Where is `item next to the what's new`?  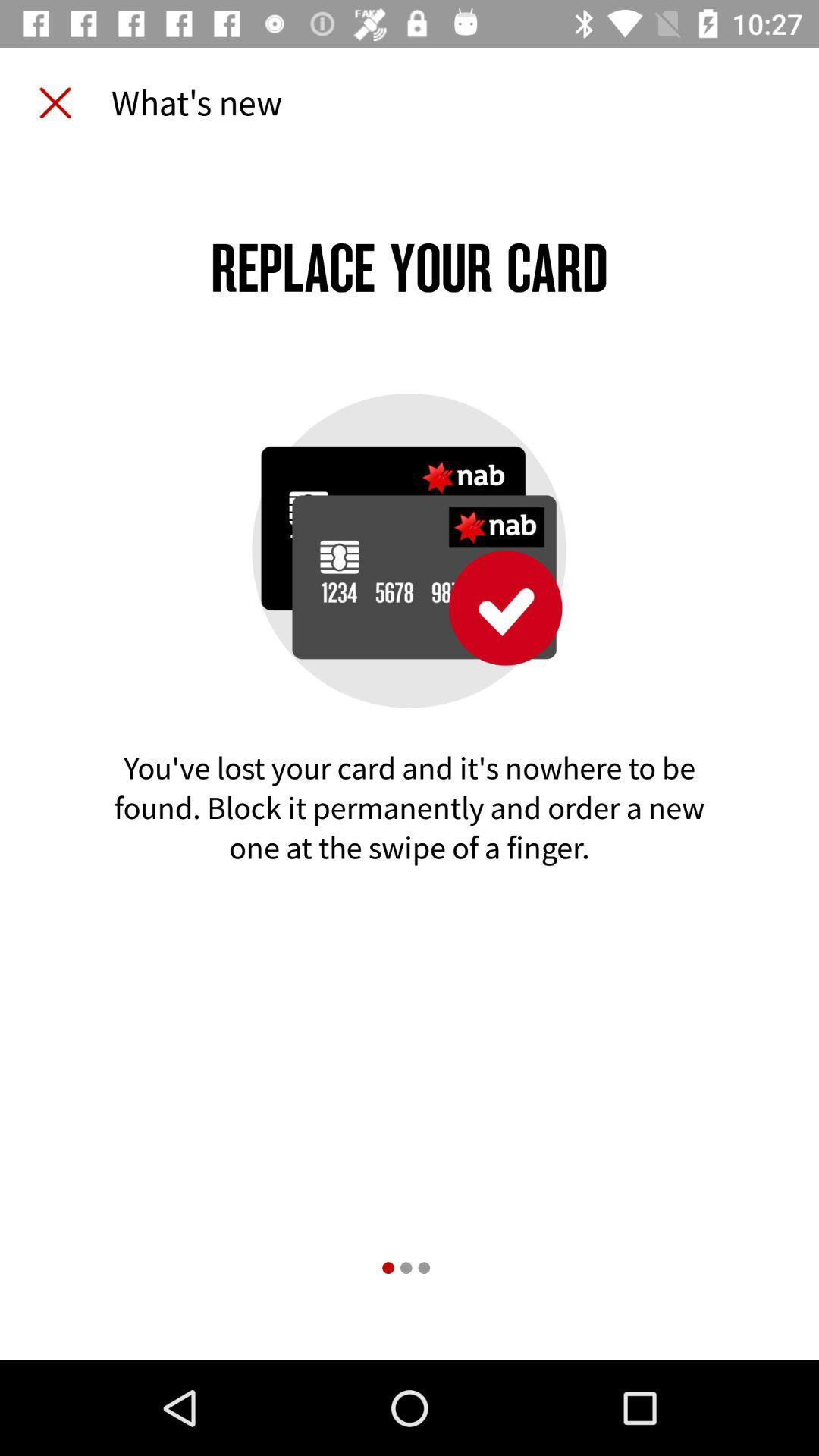
item next to the what's new is located at coordinates (55, 102).